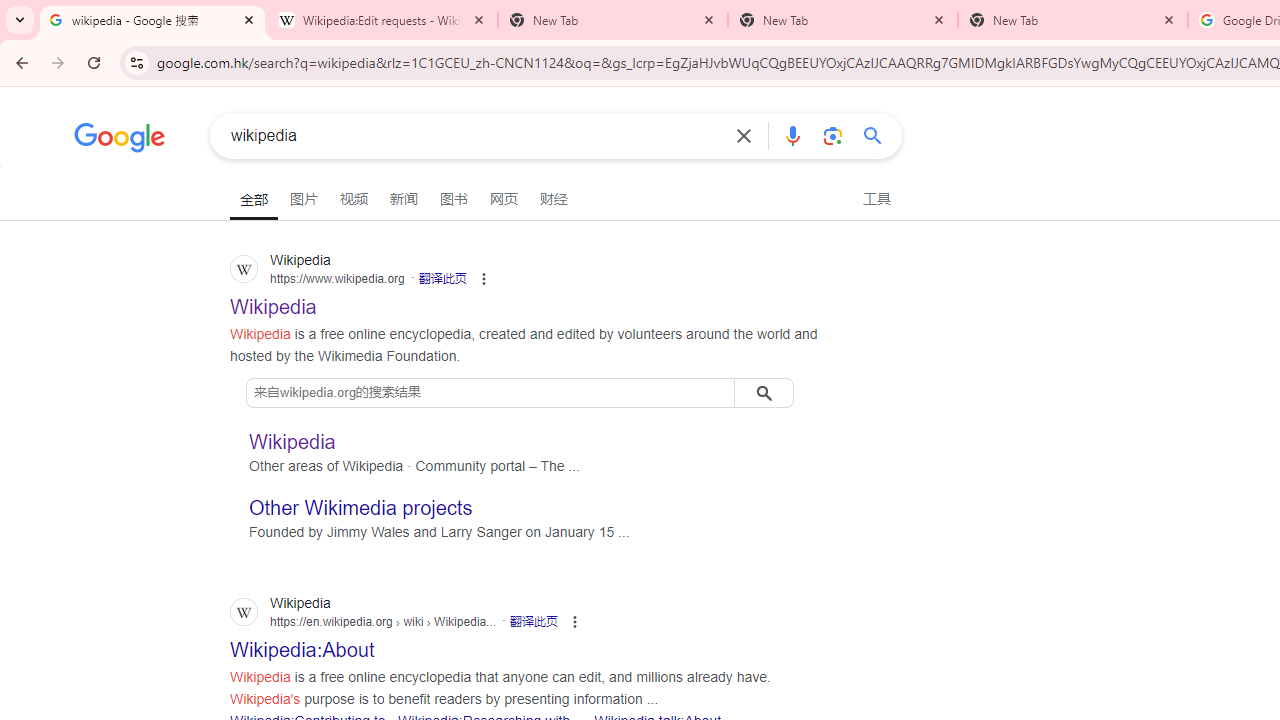 Image resolution: width=1280 pixels, height=720 pixels. Describe the element at coordinates (382, 20) in the screenshot. I see `'Wikipedia:Edit requests - Wikipedia'` at that location.